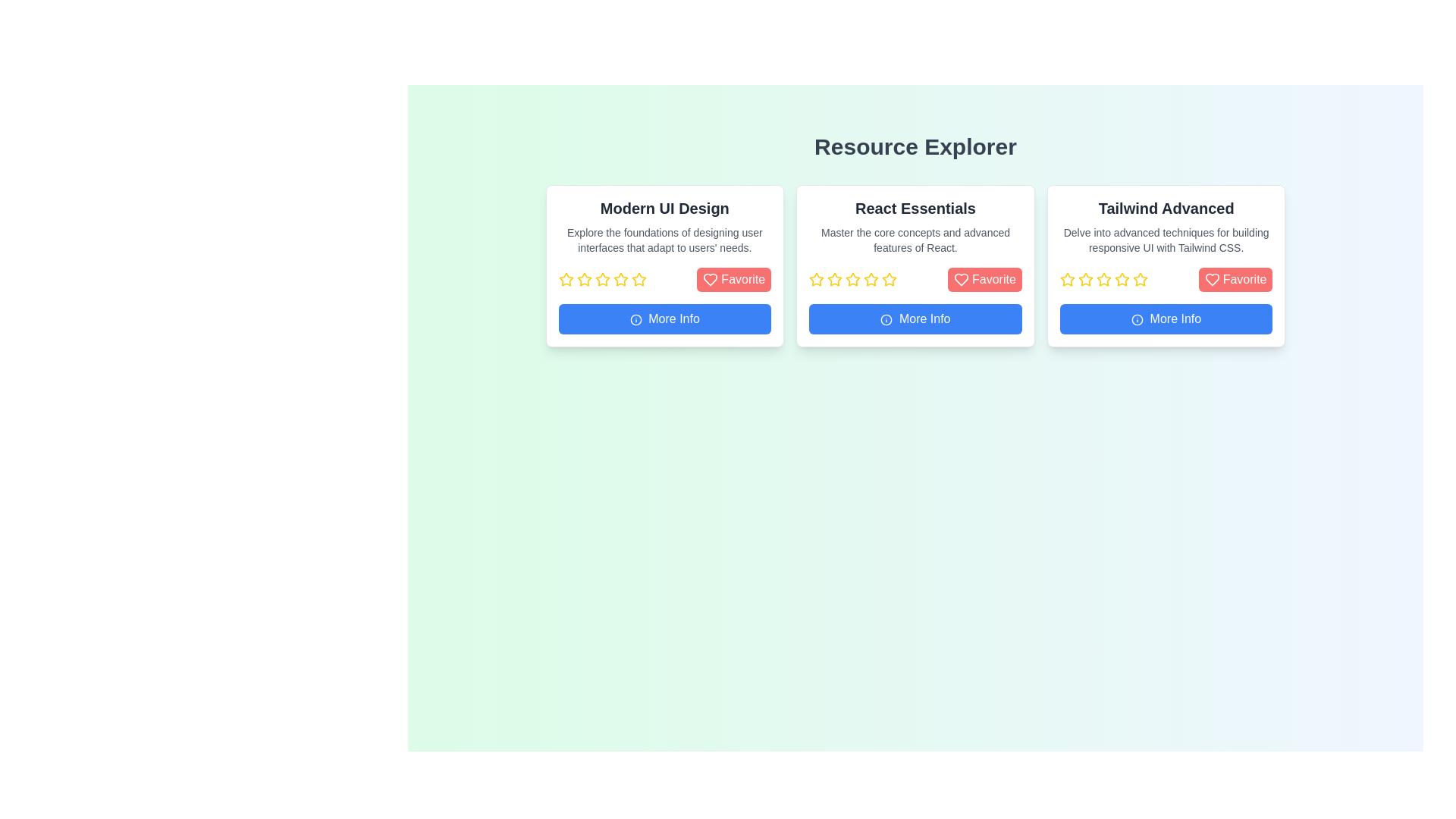 The image size is (1456, 819). Describe the element at coordinates (853, 280) in the screenshot. I see `the fourth star icon from the left in the row of five stars below the 'React Essentials' card` at that location.